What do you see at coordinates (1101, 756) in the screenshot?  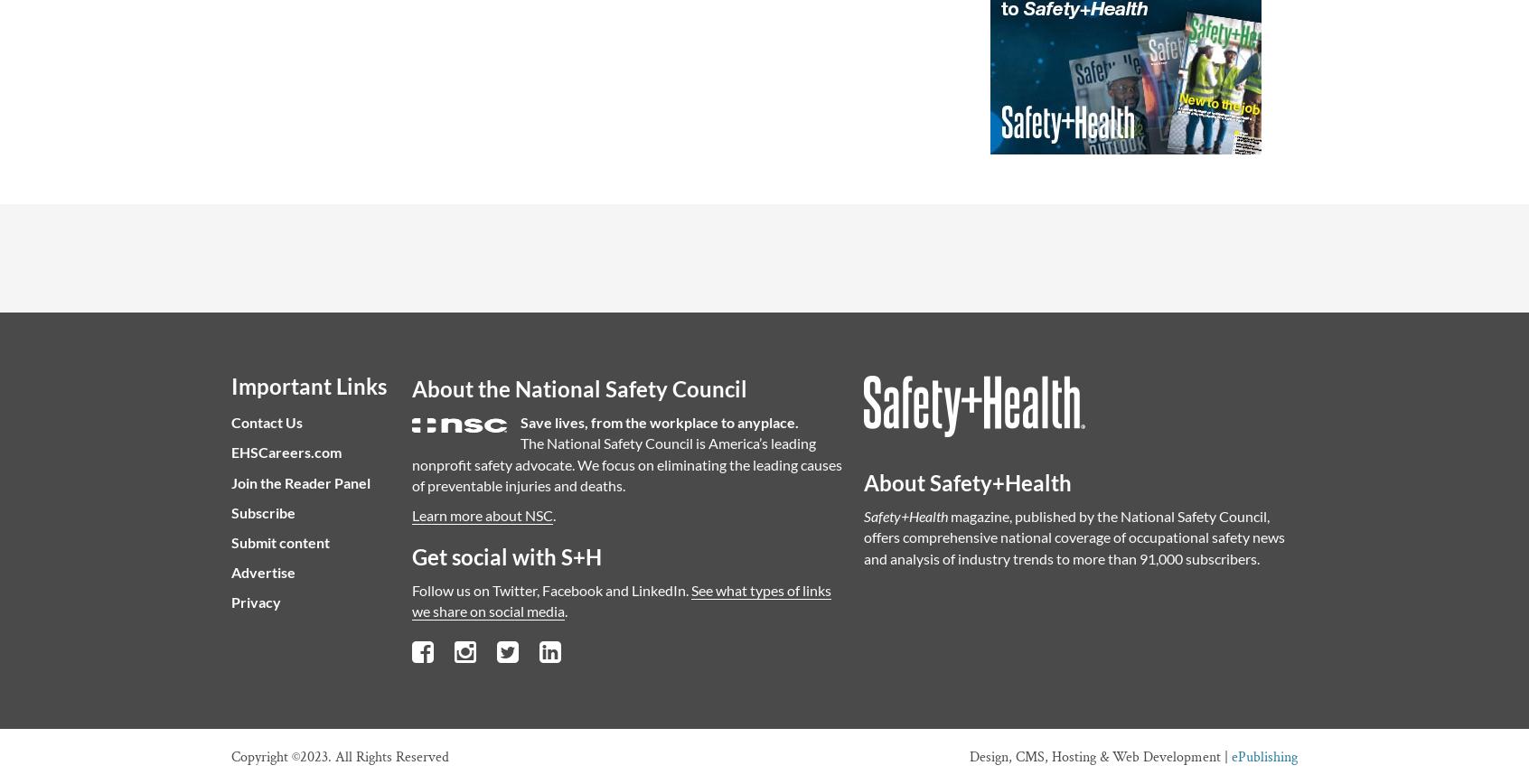 I see `'Design, CMS, Hosting & Web Development |'` at bounding box center [1101, 756].